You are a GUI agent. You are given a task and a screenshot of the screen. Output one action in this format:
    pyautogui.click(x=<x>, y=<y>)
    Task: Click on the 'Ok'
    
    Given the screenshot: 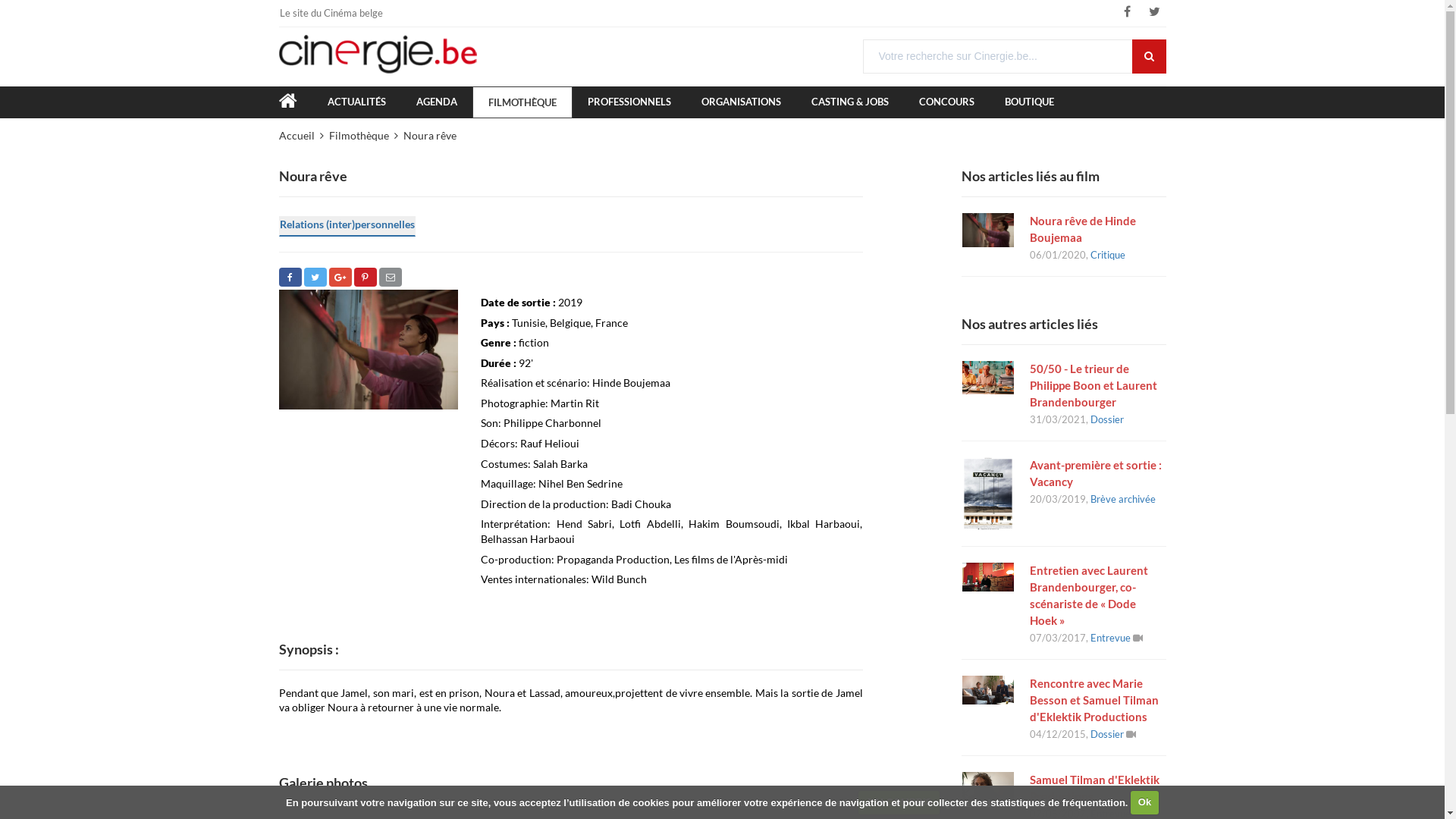 What is the action you would take?
    pyautogui.click(x=1144, y=801)
    